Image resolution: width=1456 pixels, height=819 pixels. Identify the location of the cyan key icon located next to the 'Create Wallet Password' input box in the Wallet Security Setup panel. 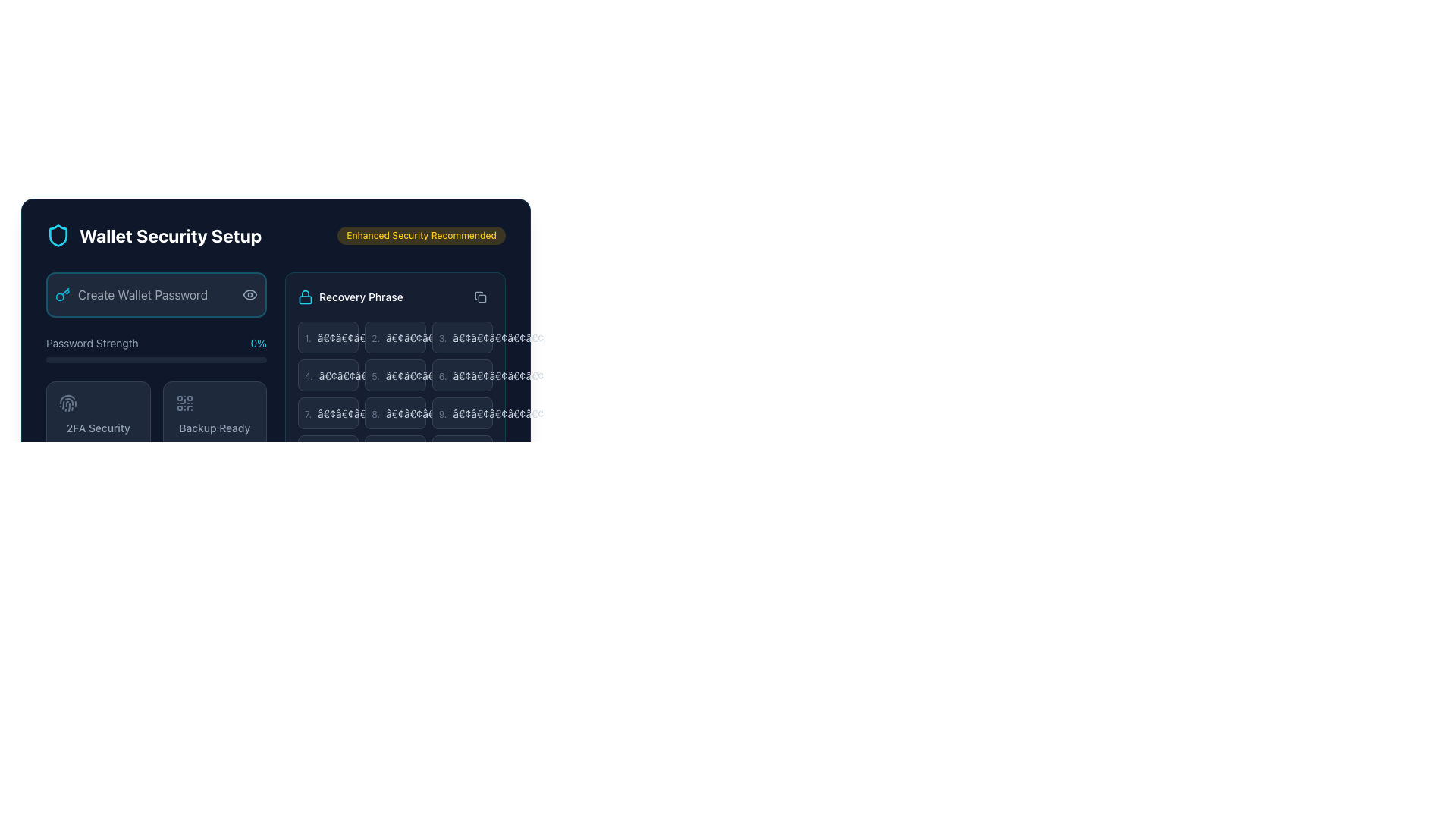
(61, 295).